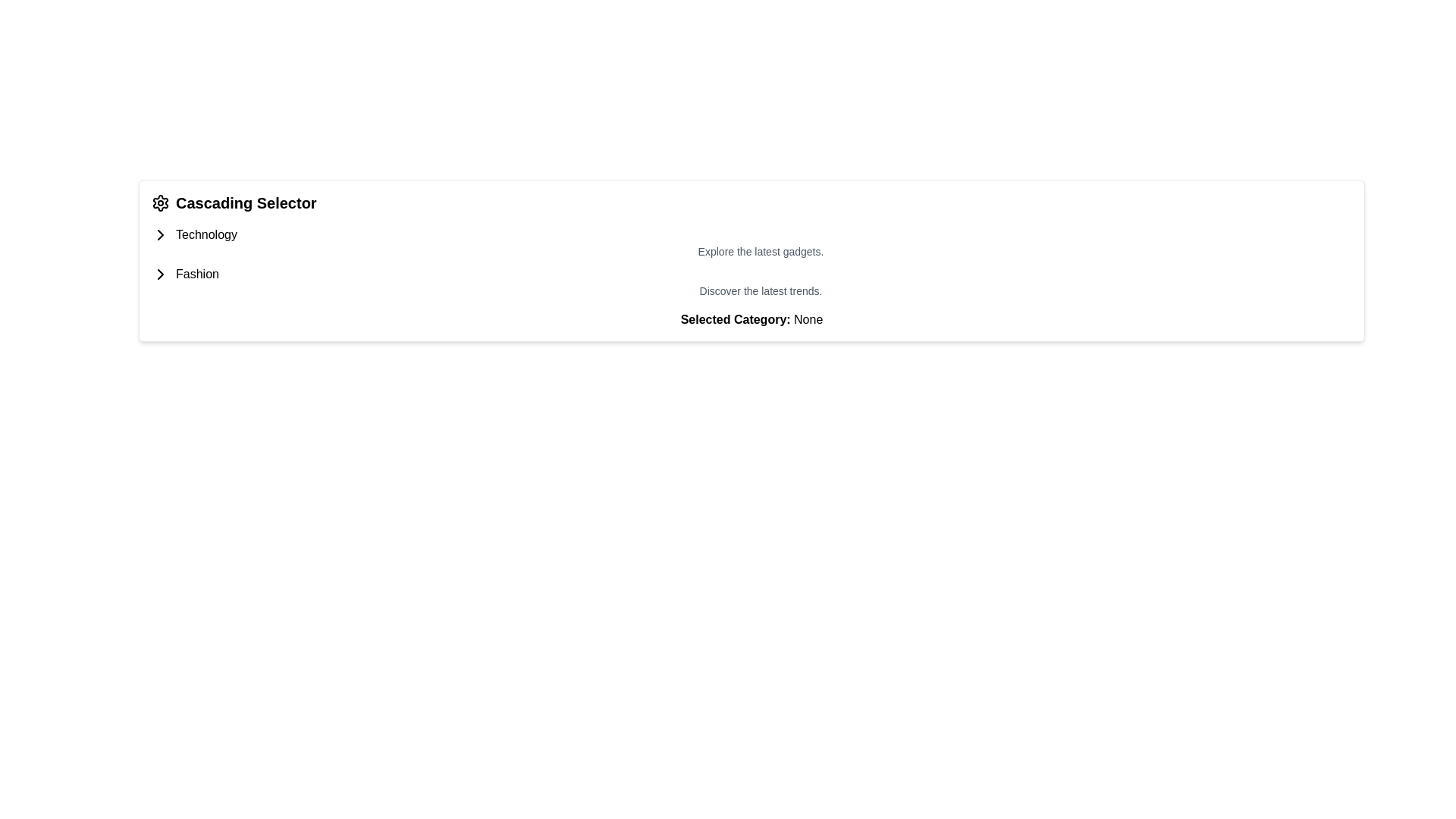  Describe the element at coordinates (160, 234) in the screenshot. I see `the expandable/collapsible 'Fashion' category icon located to the left of the 'Fashion' label` at that location.